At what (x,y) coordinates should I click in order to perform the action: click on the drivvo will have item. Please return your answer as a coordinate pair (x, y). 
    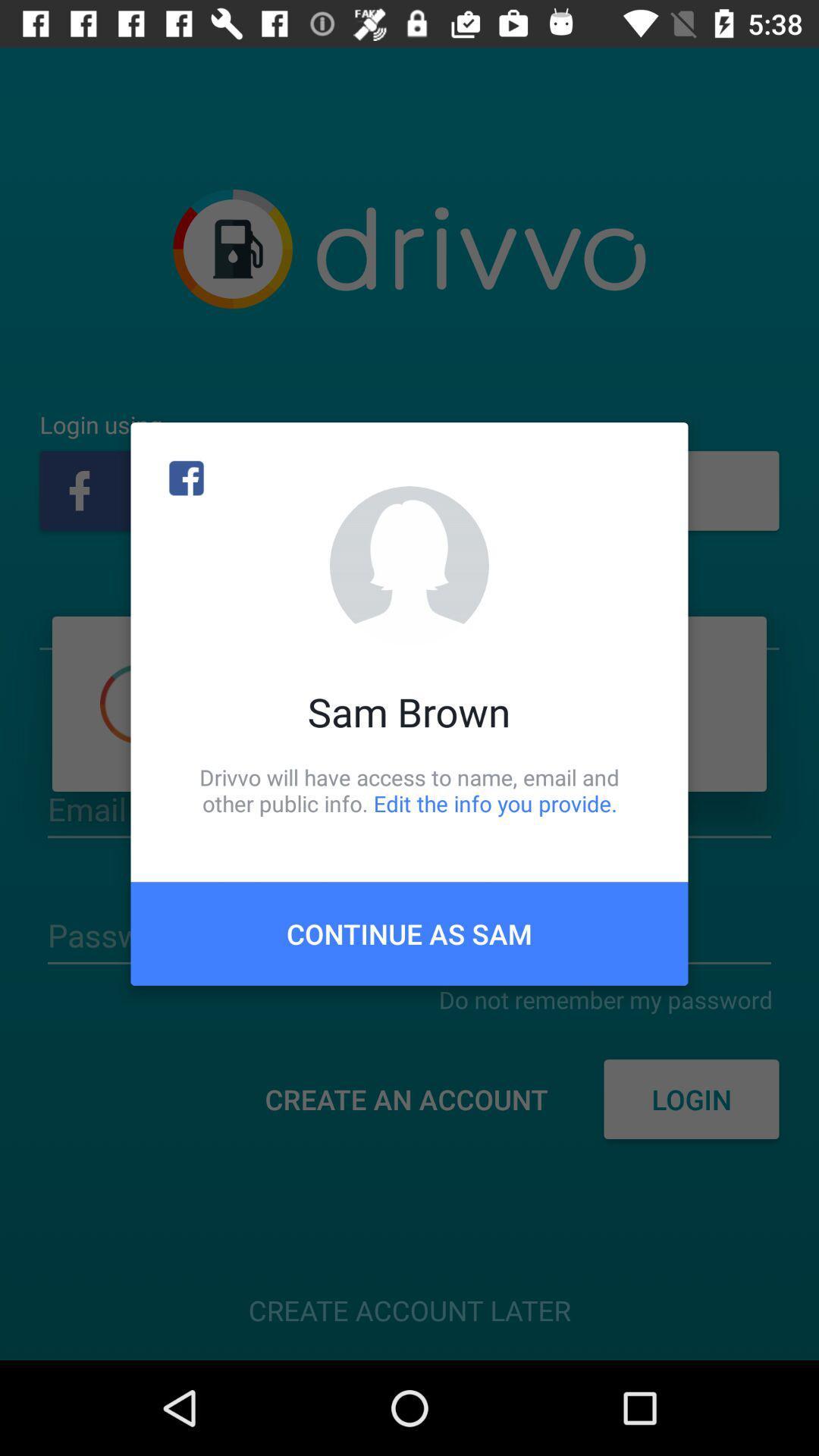
    Looking at the image, I should click on (409, 789).